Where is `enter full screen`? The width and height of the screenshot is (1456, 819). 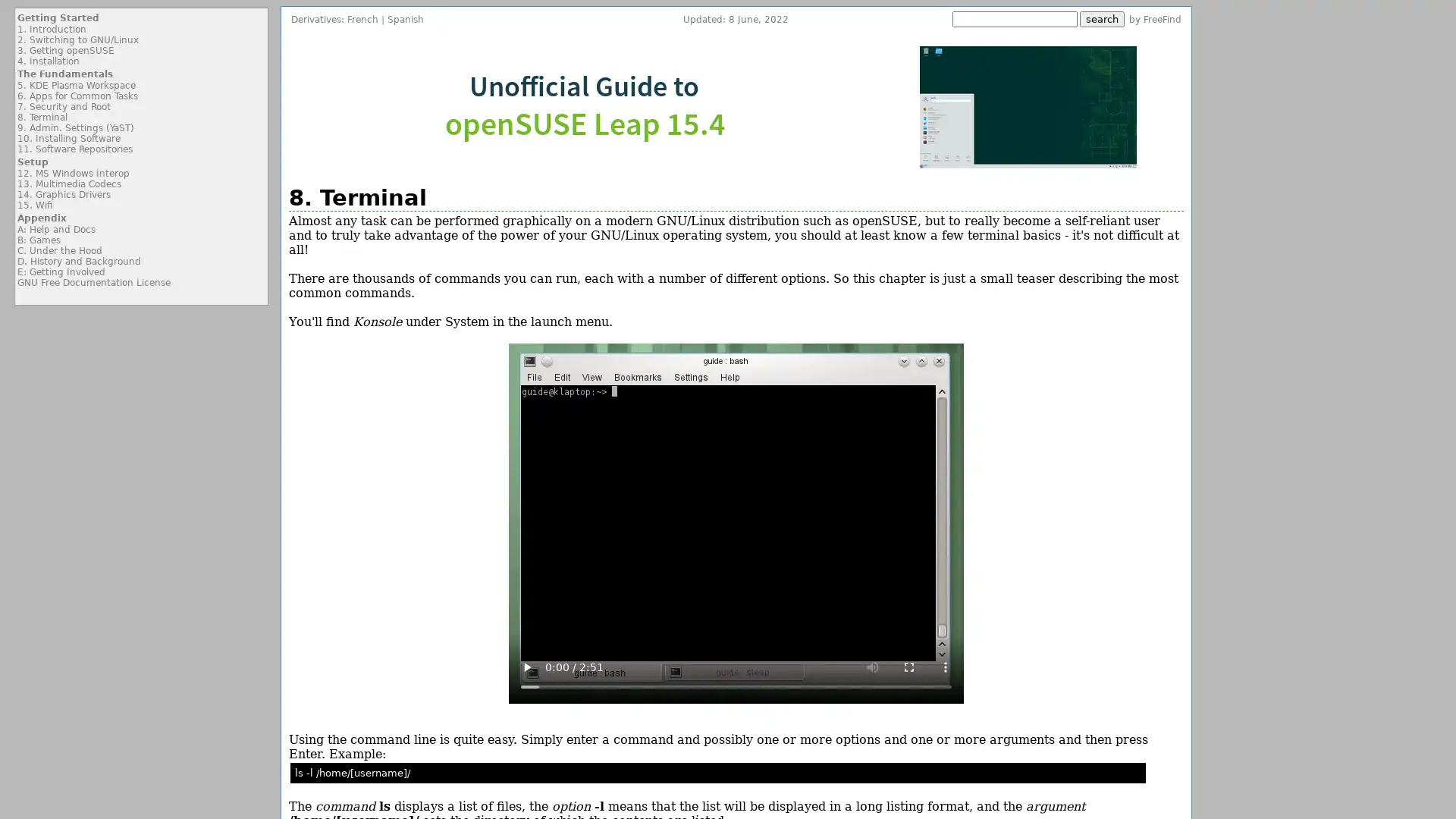
enter full screen is located at coordinates (908, 666).